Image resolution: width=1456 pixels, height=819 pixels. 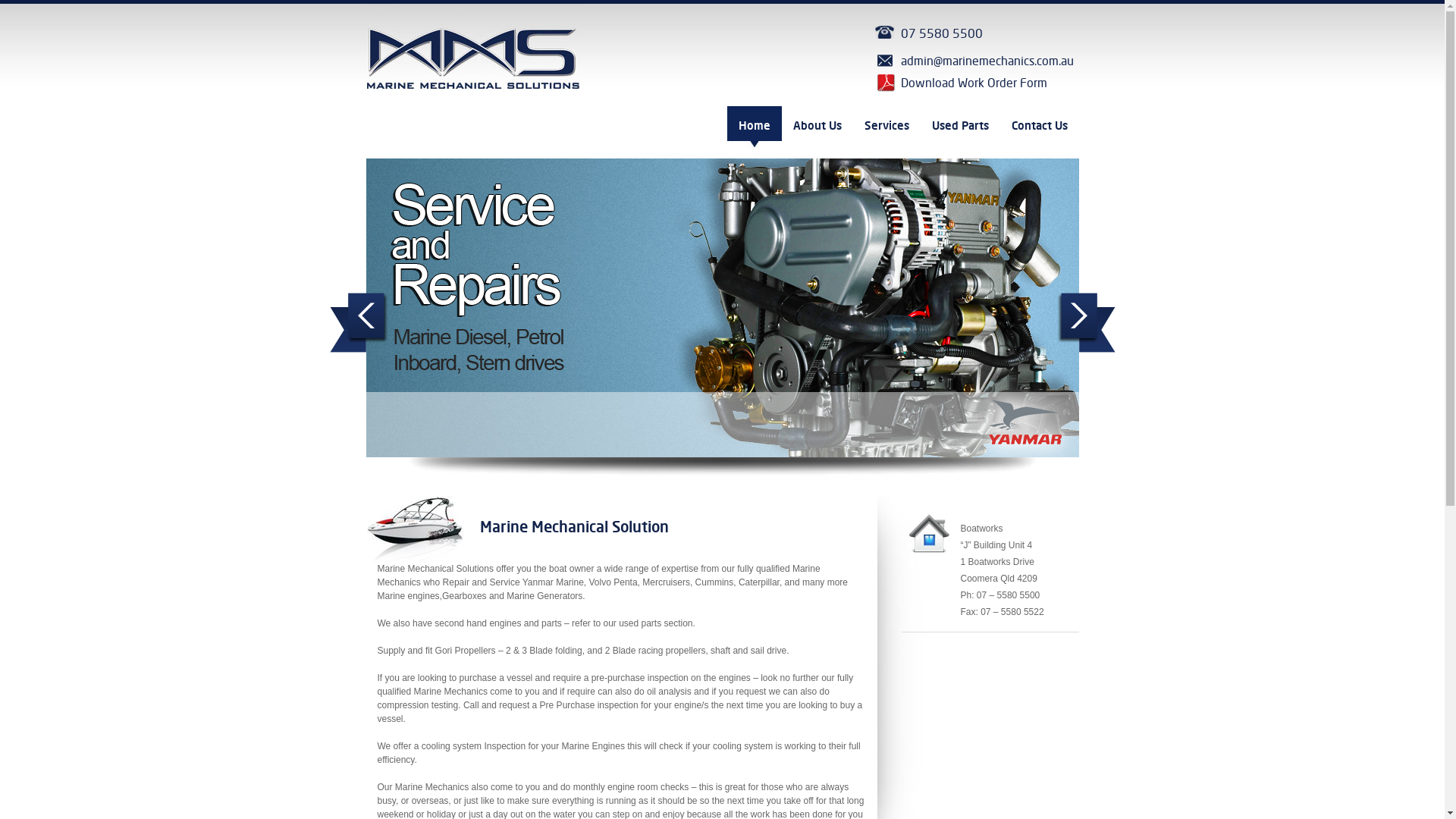 What do you see at coordinates (975, 61) in the screenshot?
I see `'admin@marinemechanics.com.au'` at bounding box center [975, 61].